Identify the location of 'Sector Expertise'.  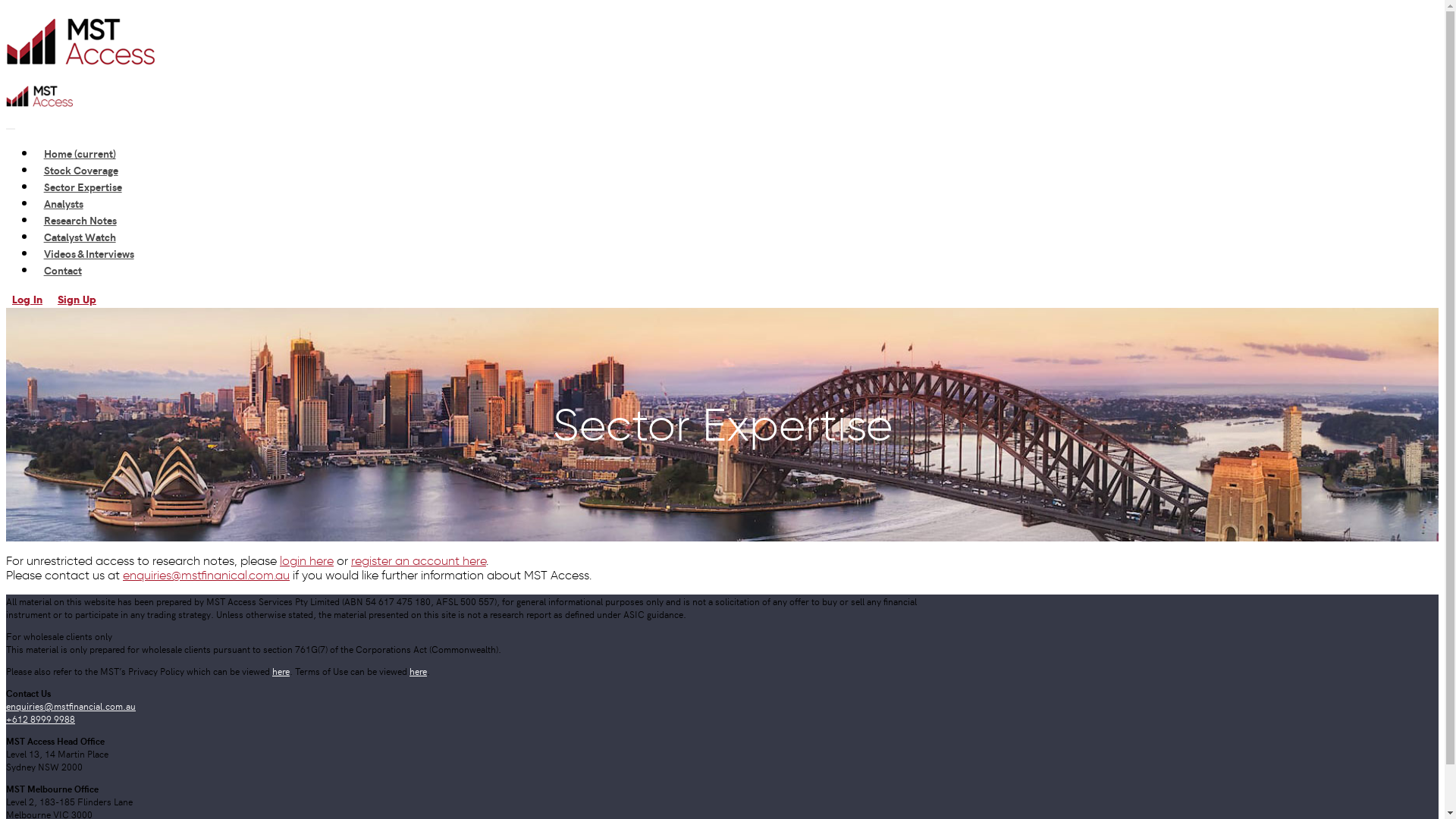
(82, 186).